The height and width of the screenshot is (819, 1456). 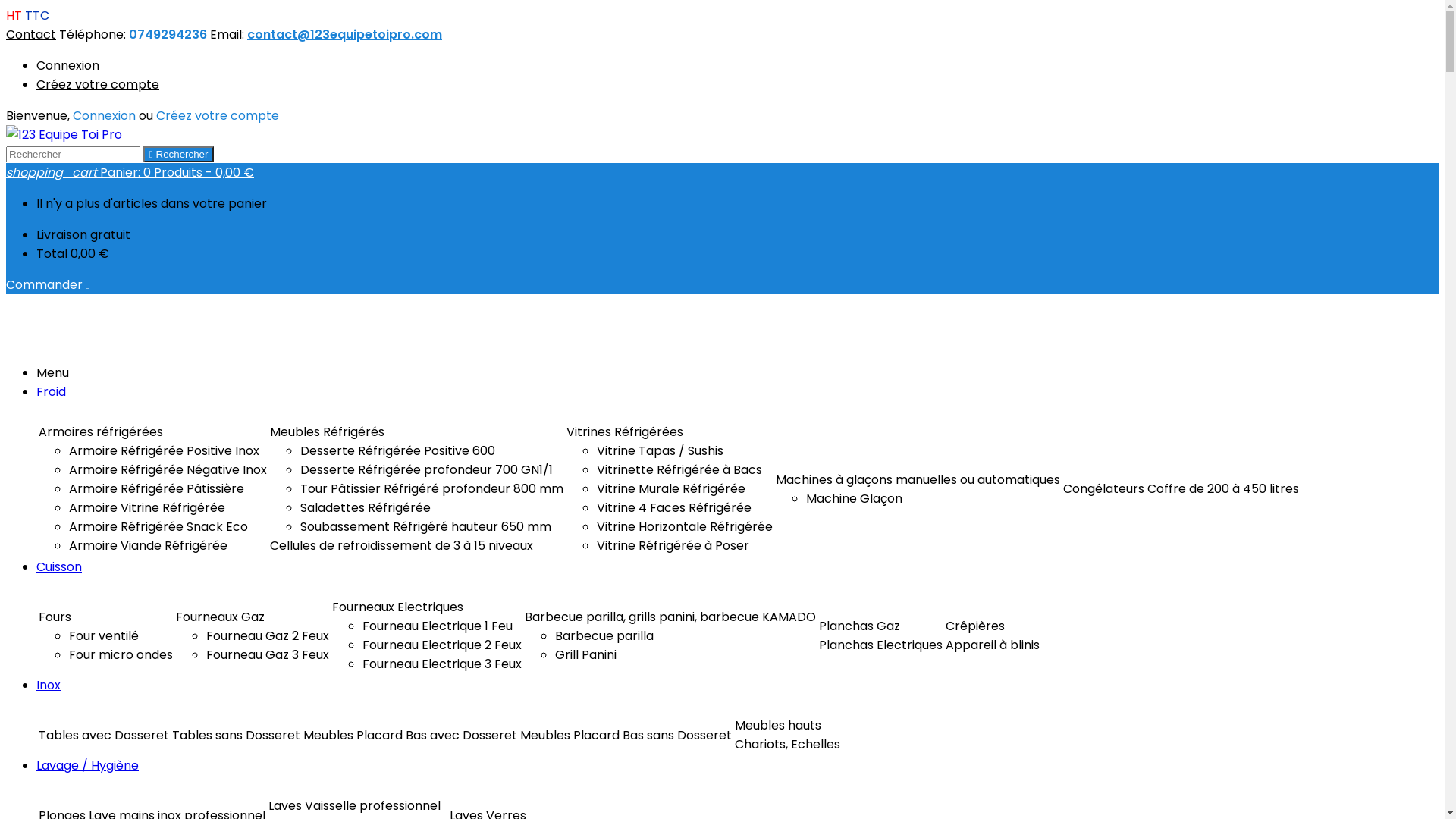 I want to click on 'Inox', so click(x=36, y=685).